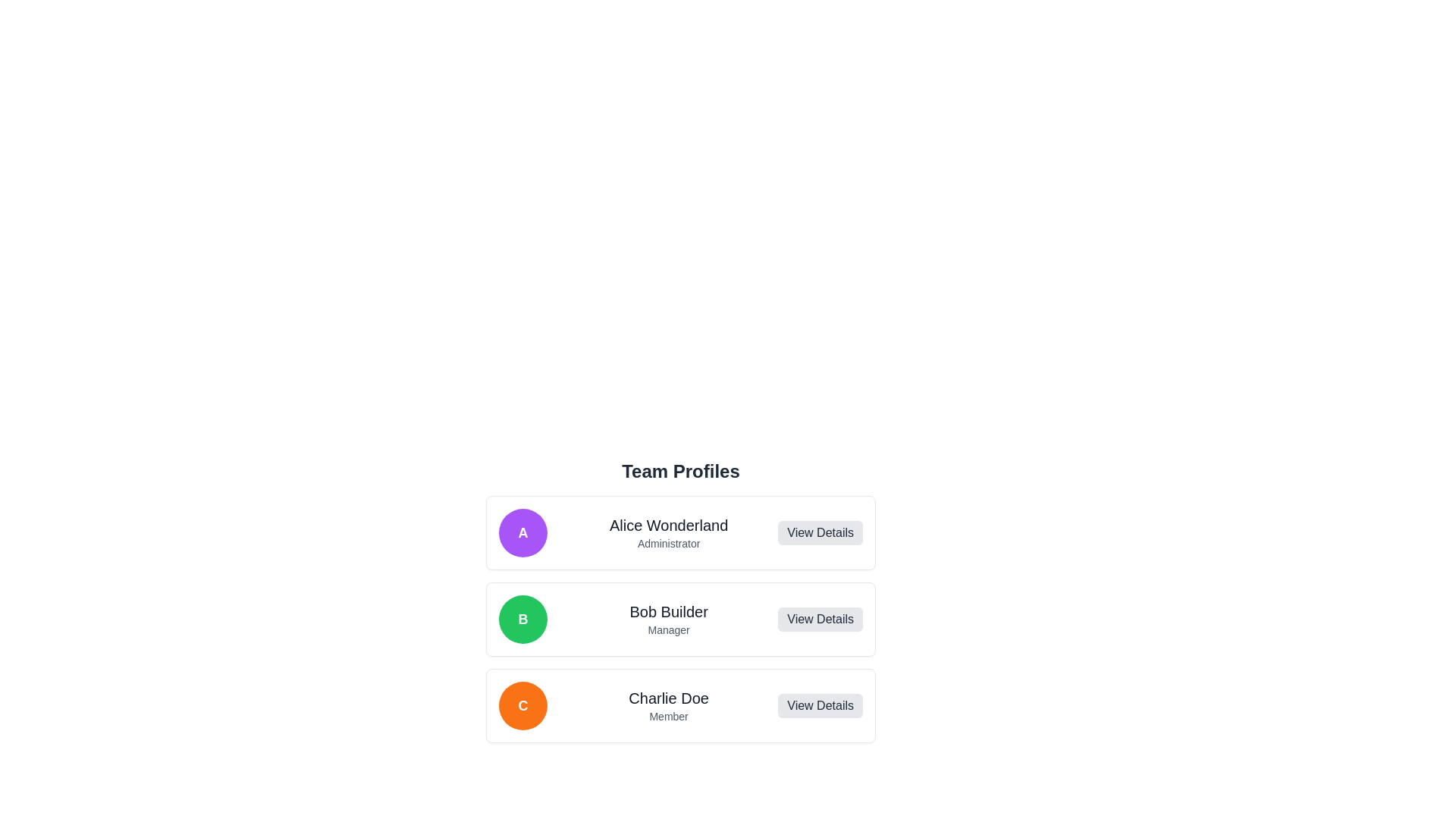 Image resolution: width=1456 pixels, height=819 pixels. What do you see at coordinates (820, 532) in the screenshot?
I see `the 'View Details' button, which is a rectangular button with rounded corners, light gray in color, positioned on the right side of the card for 'Alice Wonderland - Administrator'` at bounding box center [820, 532].